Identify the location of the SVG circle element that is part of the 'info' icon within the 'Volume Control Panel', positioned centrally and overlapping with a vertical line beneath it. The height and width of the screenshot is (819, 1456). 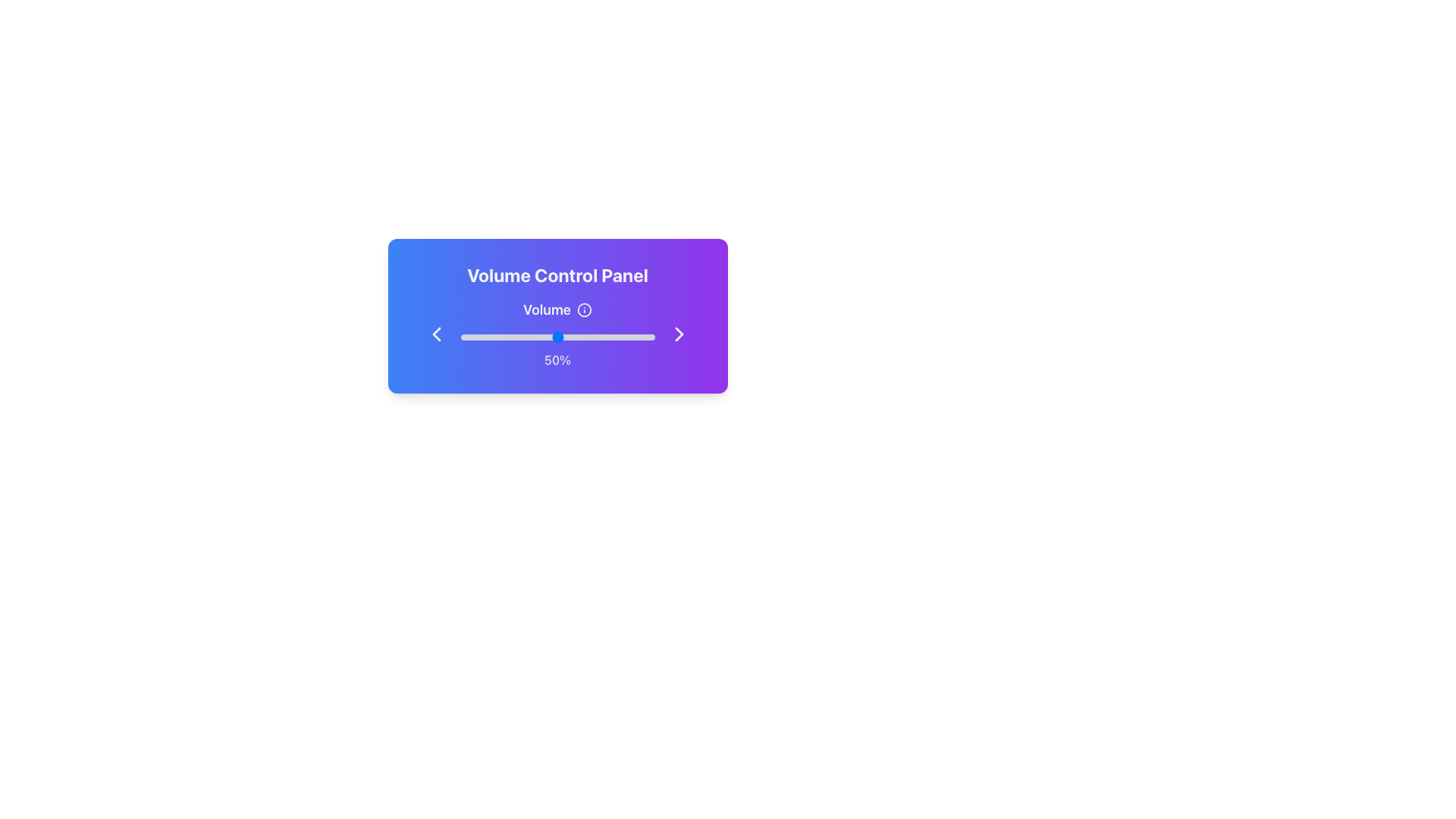
(583, 309).